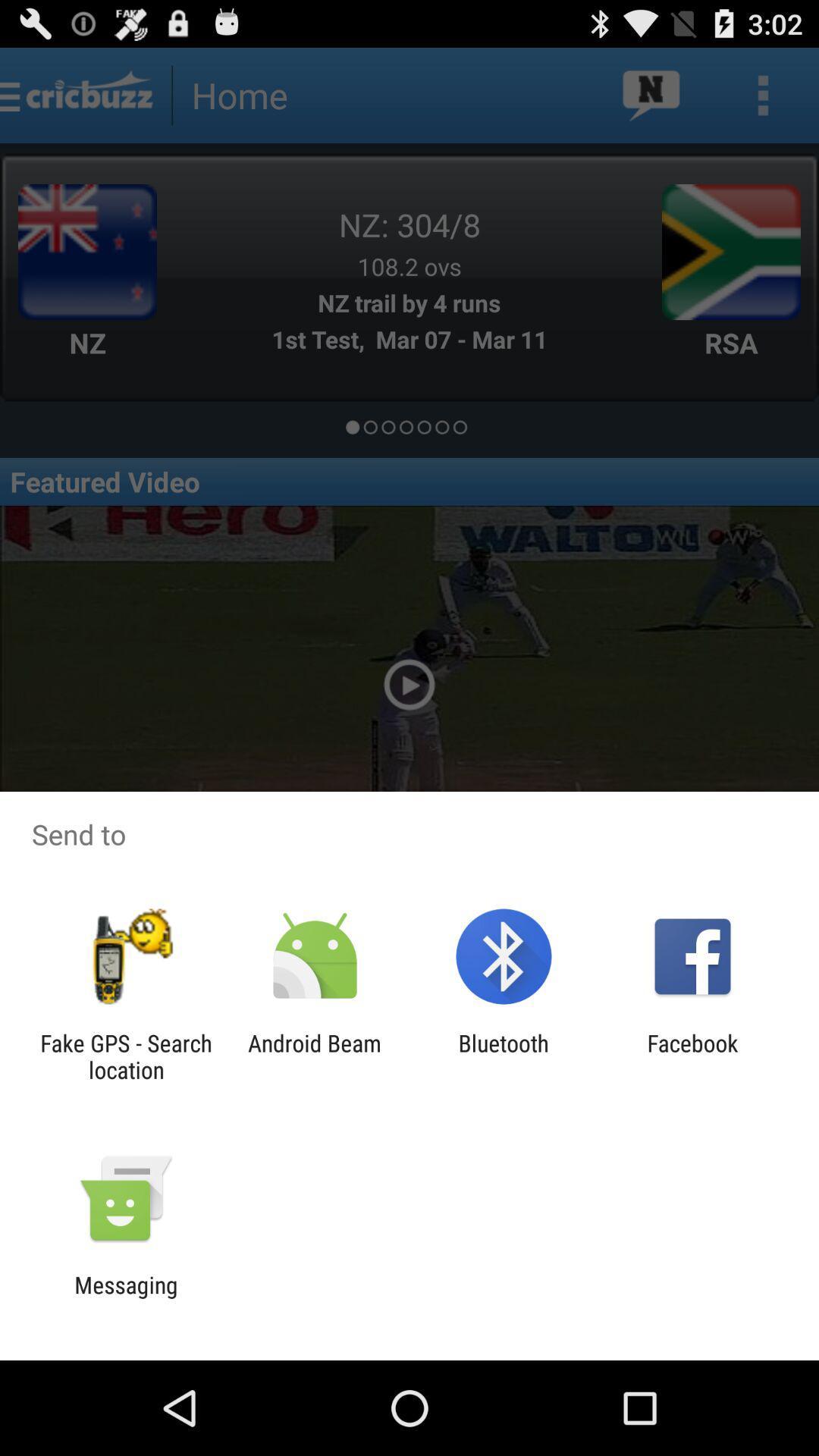 This screenshot has width=819, height=1456. I want to click on the android beam icon, so click(314, 1056).